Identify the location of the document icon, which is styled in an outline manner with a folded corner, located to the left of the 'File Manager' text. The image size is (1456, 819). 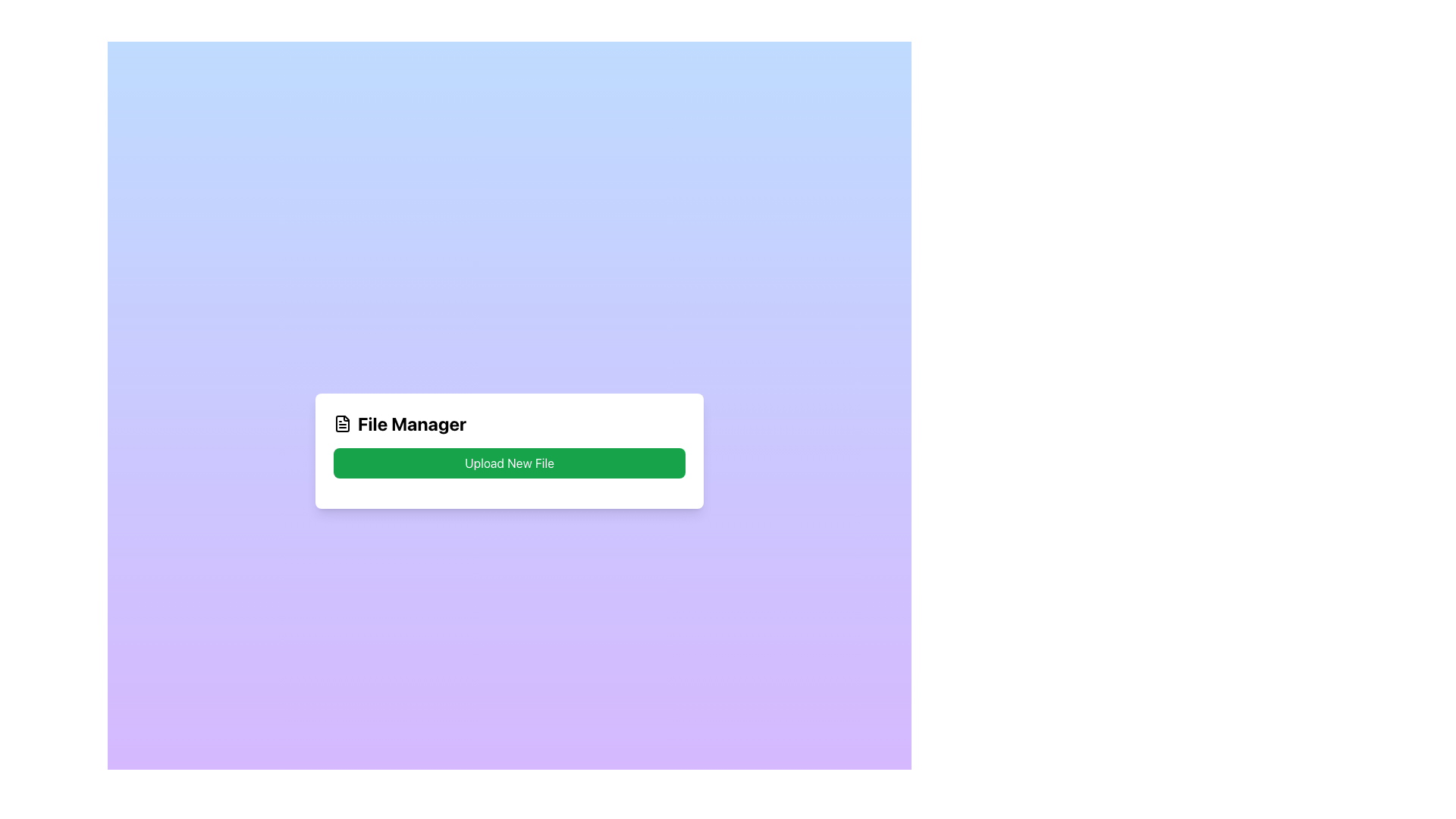
(341, 424).